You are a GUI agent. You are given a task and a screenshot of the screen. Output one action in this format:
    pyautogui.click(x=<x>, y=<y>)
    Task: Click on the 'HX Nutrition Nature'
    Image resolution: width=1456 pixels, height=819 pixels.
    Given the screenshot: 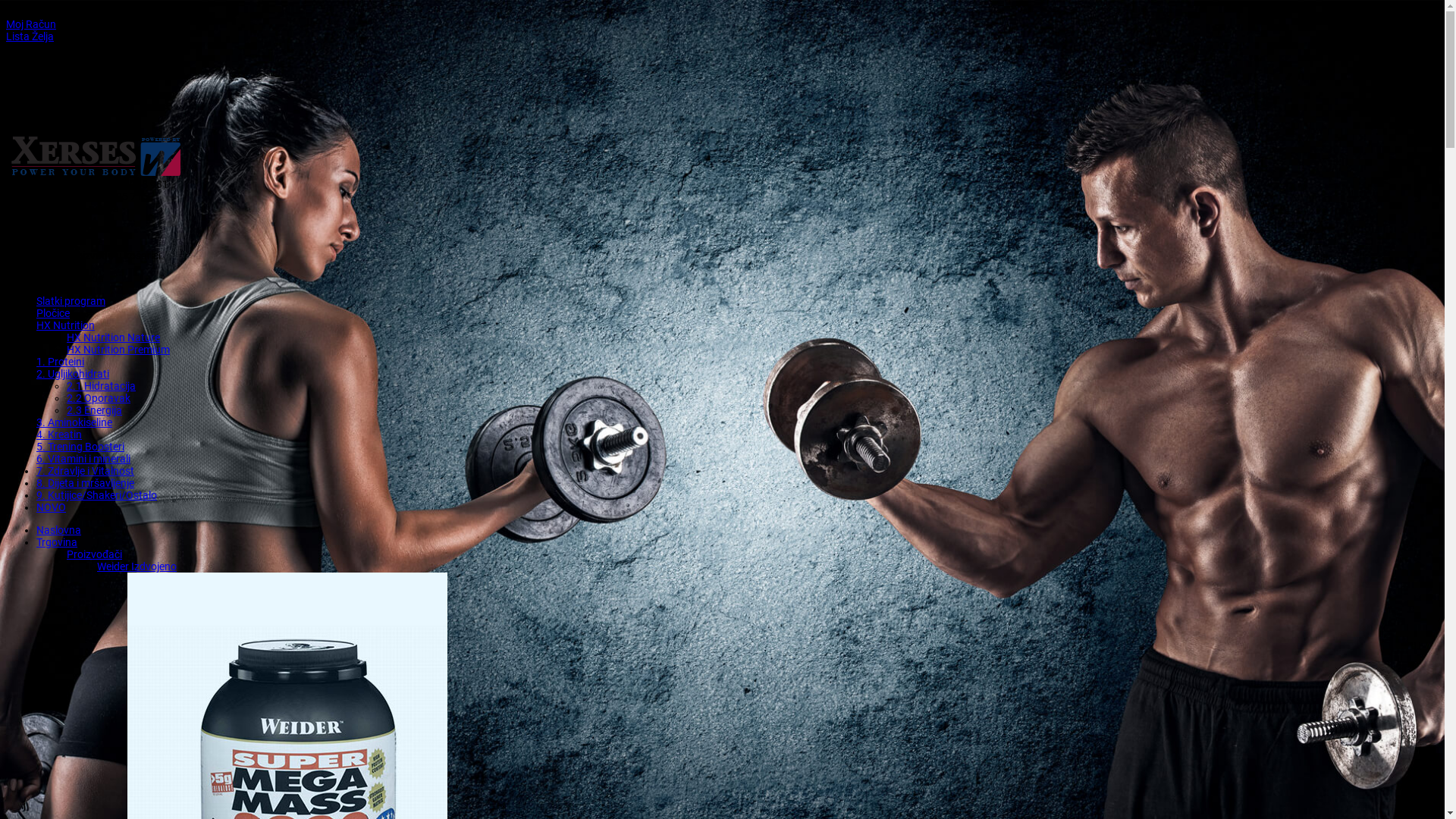 What is the action you would take?
    pyautogui.click(x=112, y=336)
    